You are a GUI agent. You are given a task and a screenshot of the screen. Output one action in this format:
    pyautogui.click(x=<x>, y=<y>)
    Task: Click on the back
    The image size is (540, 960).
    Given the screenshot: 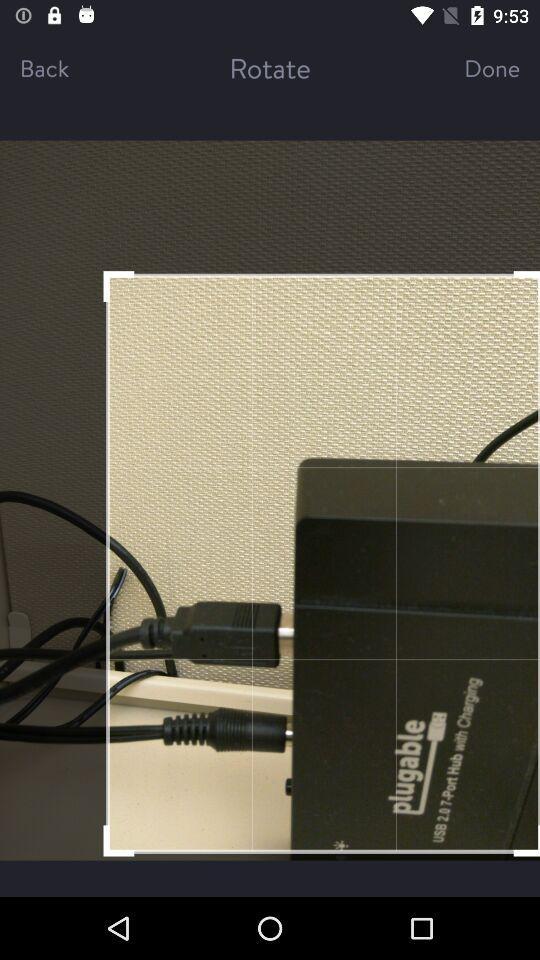 What is the action you would take?
    pyautogui.click(x=65, y=67)
    